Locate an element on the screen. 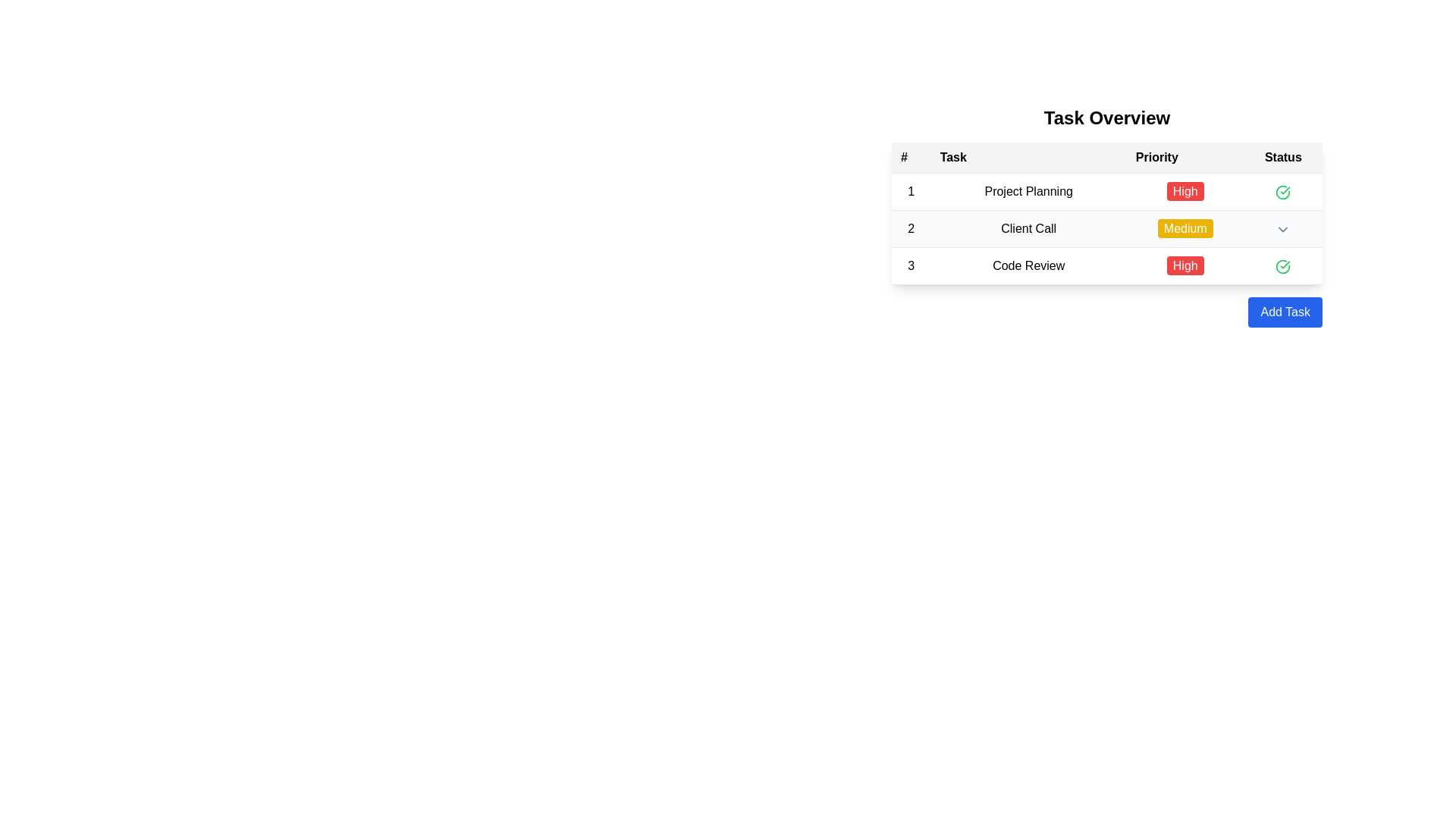 The height and width of the screenshot is (819, 1456). the chevron-down icon in gray color is located at coordinates (1282, 228).